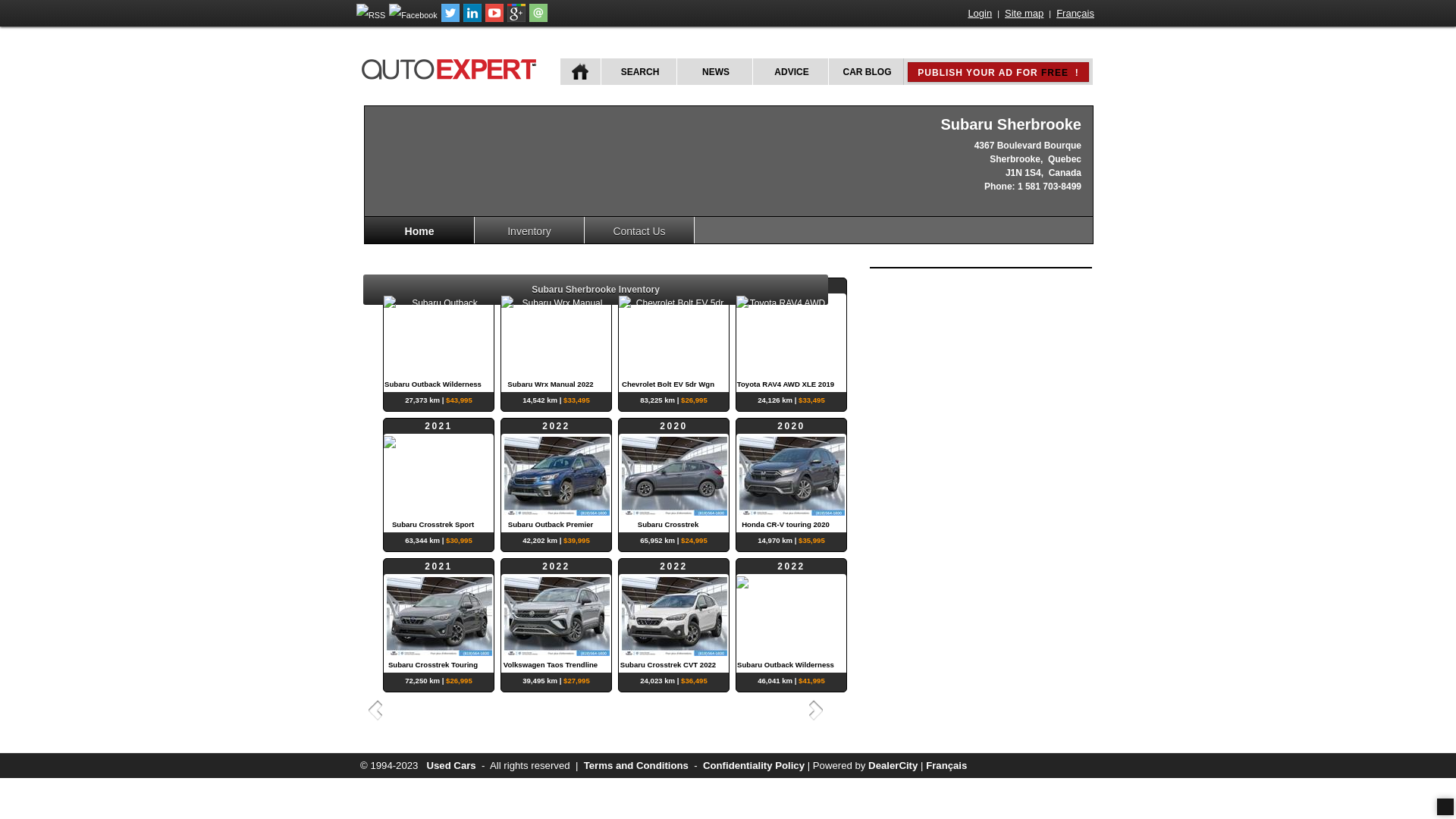 This screenshot has height=819, width=1456. Describe the element at coordinates (438, 616) in the screenshot. I see `'2021` at that location.